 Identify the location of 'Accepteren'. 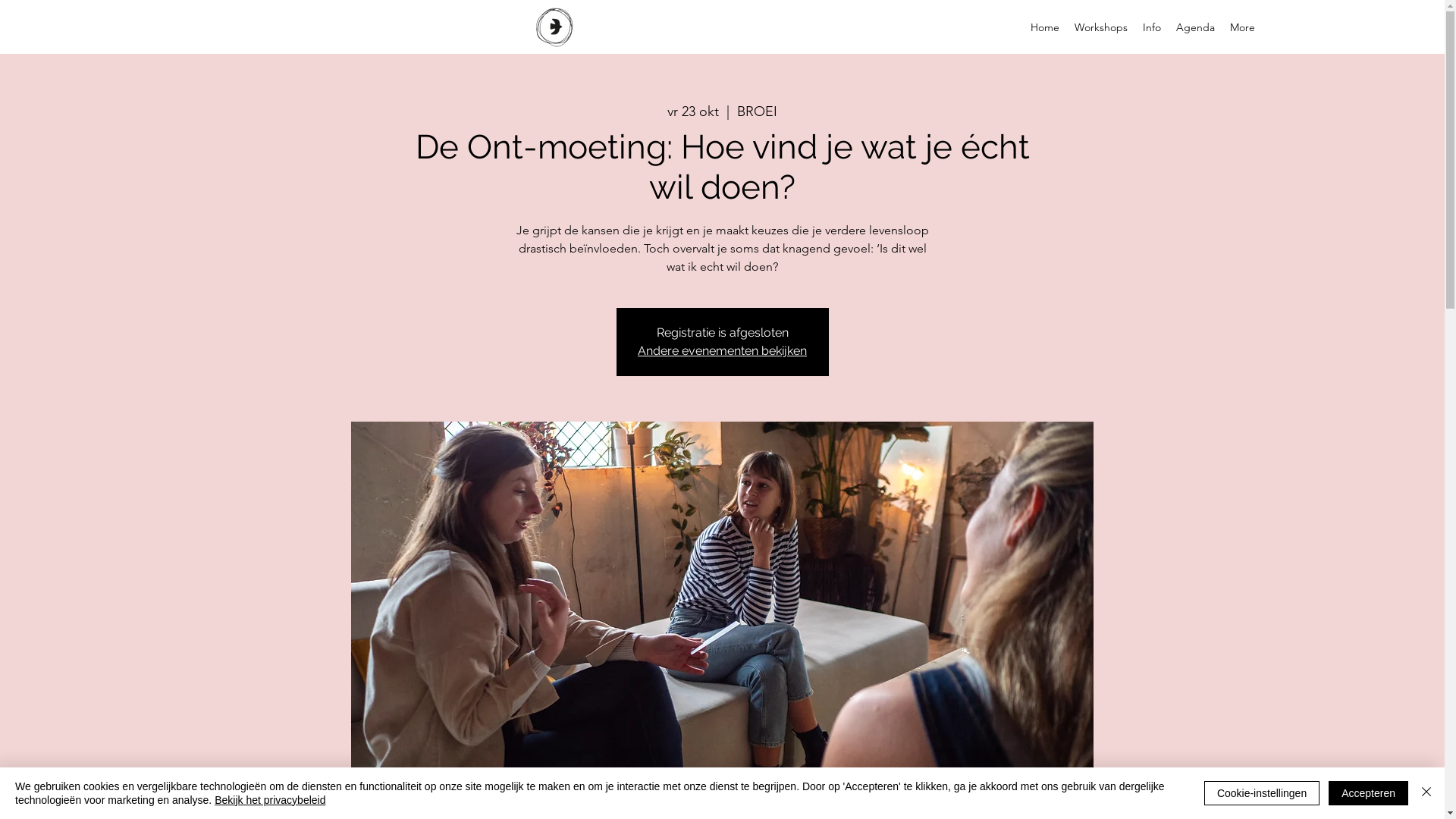
(1328, 792).